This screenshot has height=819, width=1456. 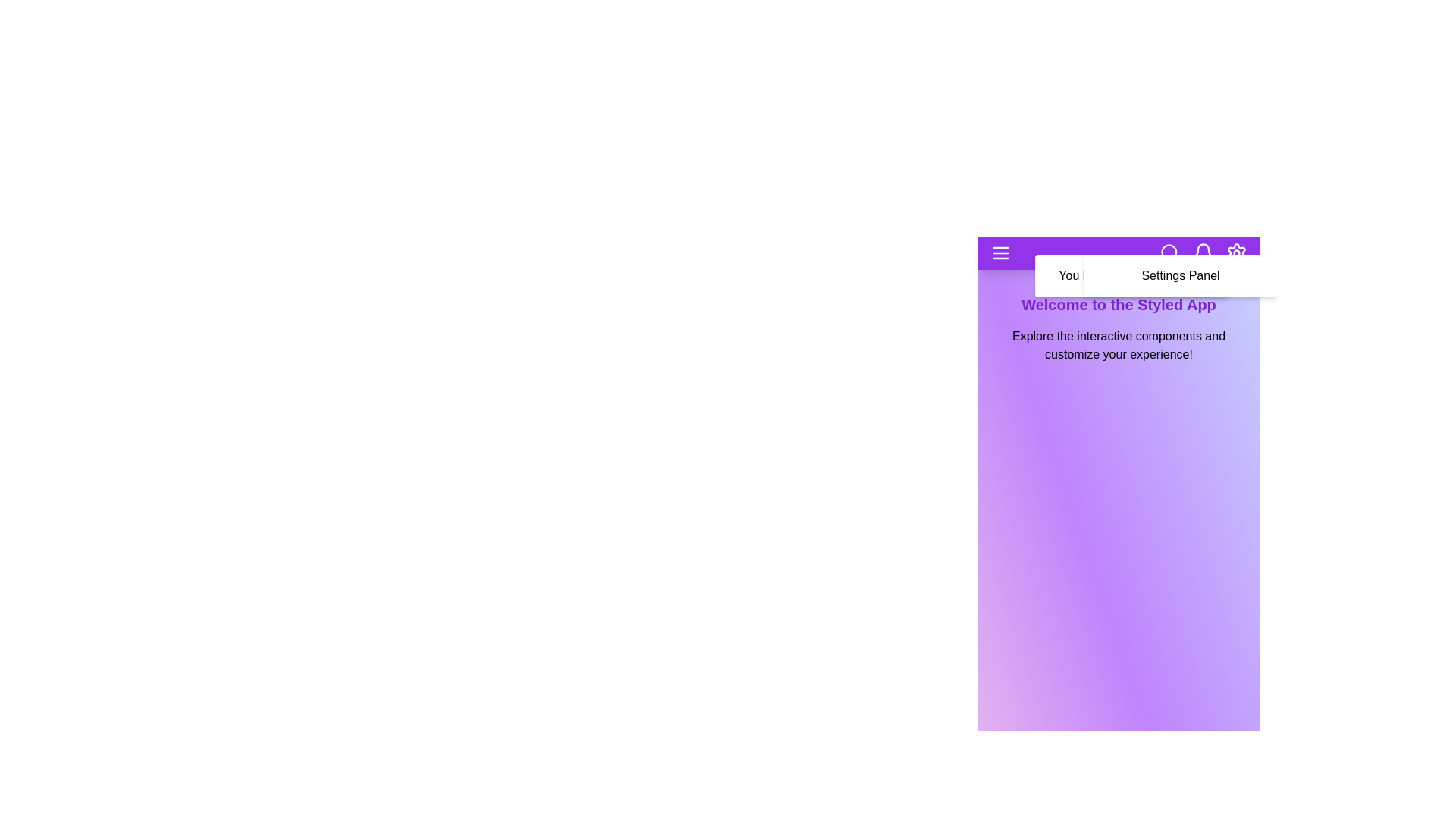 What do you see at coordinates (1001, 253) in the screenshot?
I see `the menu icon to toggle the side menu` at bounding box center [1001, 253].